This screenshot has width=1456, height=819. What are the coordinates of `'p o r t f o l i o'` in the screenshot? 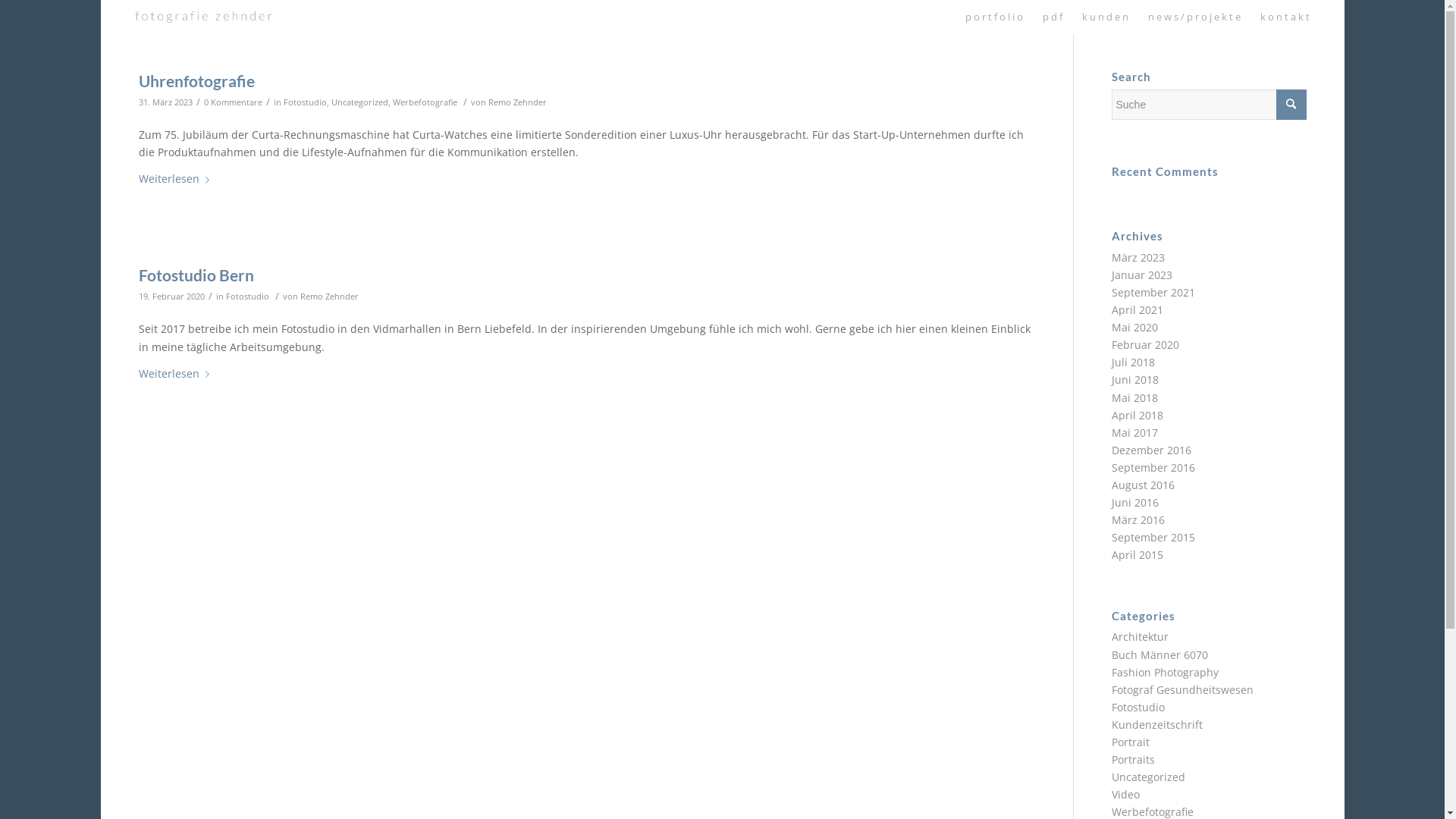 It's located at (993, 17).